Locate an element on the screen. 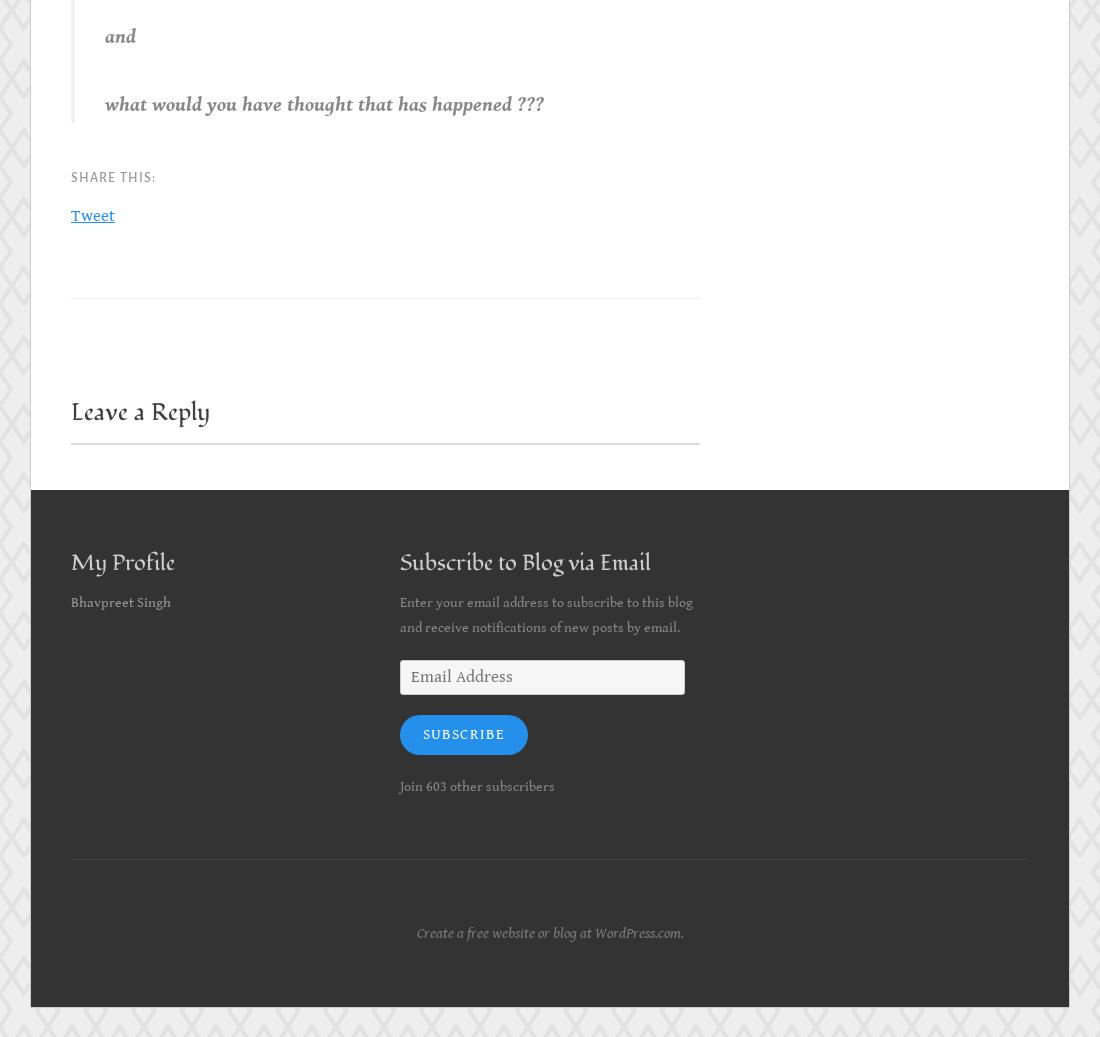 The width and height of the screenshot is (1100, 1037). 'what would you have thought that has happened ???' is located at coordinates (323, 103).